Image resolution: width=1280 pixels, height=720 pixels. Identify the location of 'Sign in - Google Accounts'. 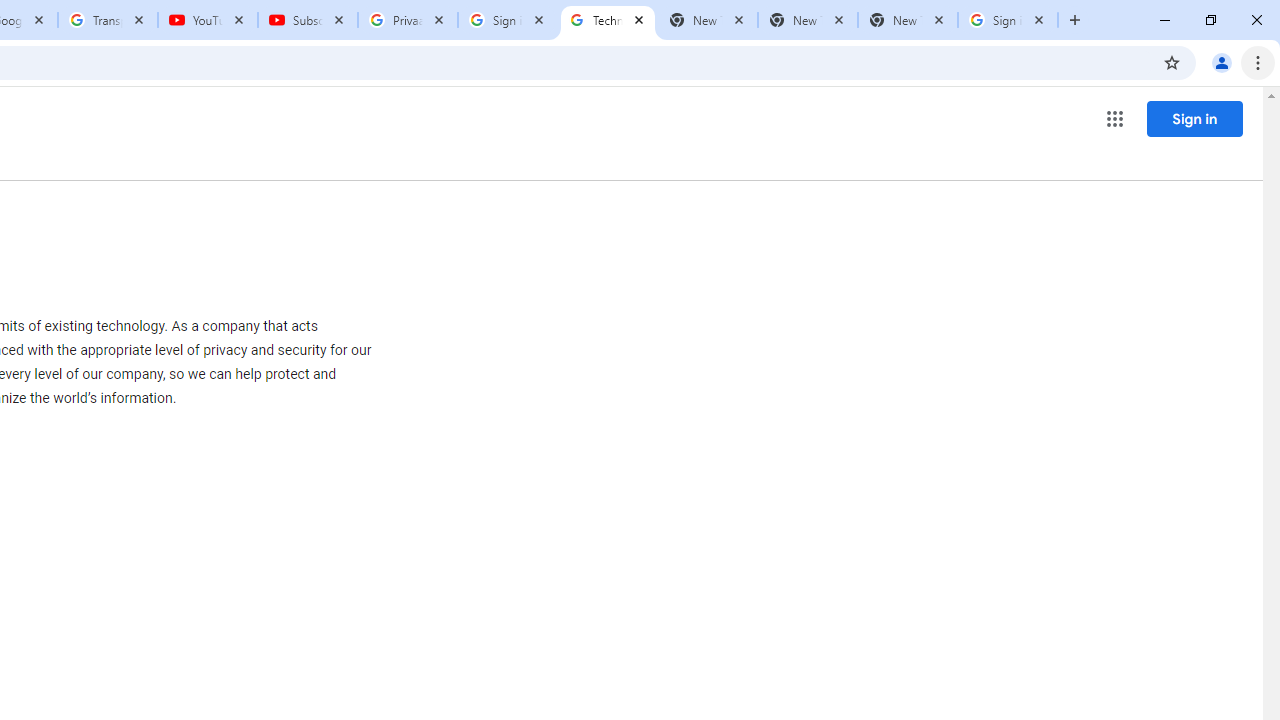
(508, 20).